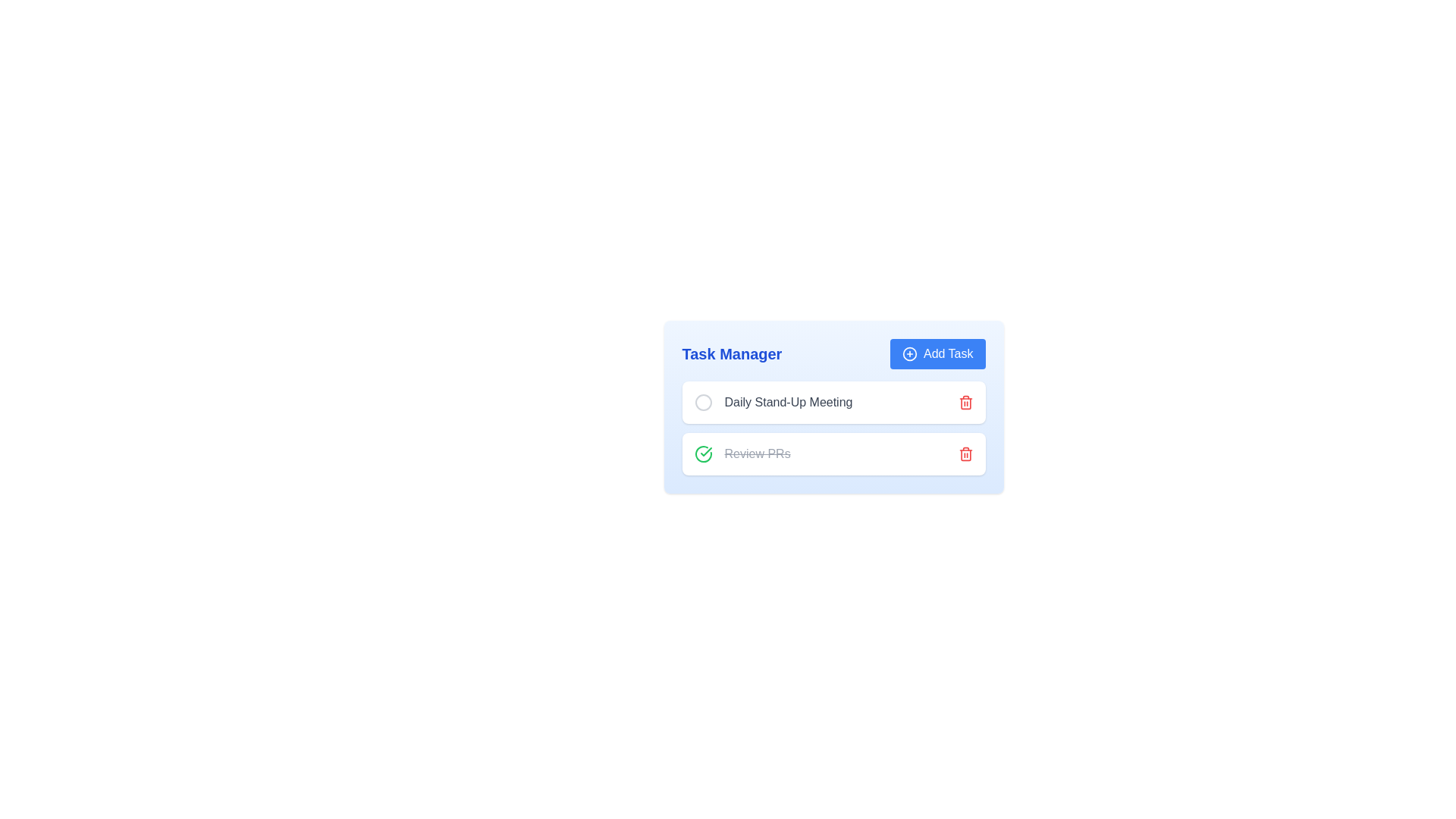 This screenshot has height=819, width=1456. What do you see at coordinates (702, 402) in the screenshot?
I see `the SVG Circle element that serves as a visual indicator for the task titled 'Daily Stand-Up Meeting'` at bounding box center [702, 402].